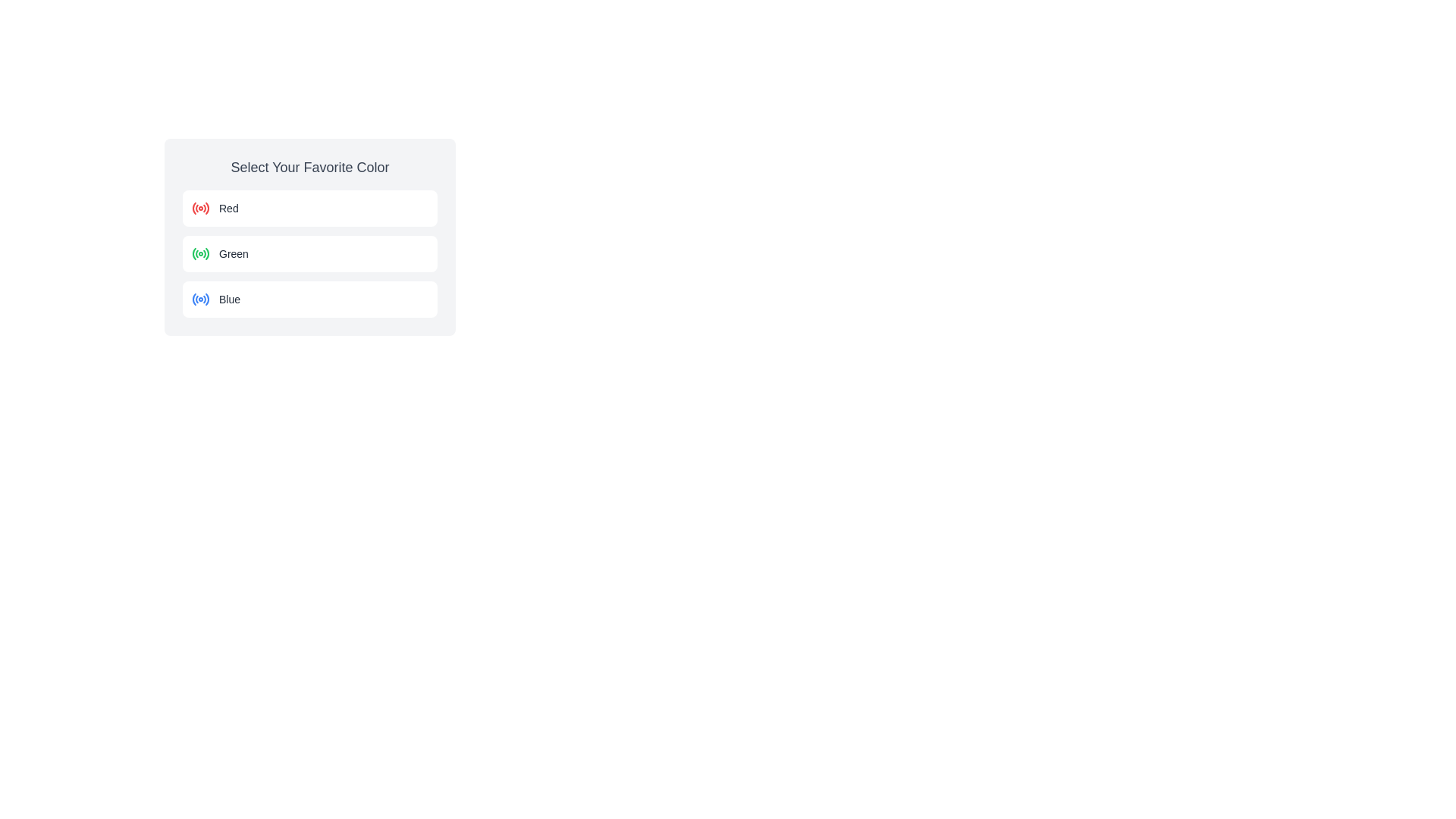  What do you see at coordinates (309, 253) in the screenshot?
I see `the selectable option labeled 'Green', which is the second option in the group of selectable options` at bounding box center [309, 253].